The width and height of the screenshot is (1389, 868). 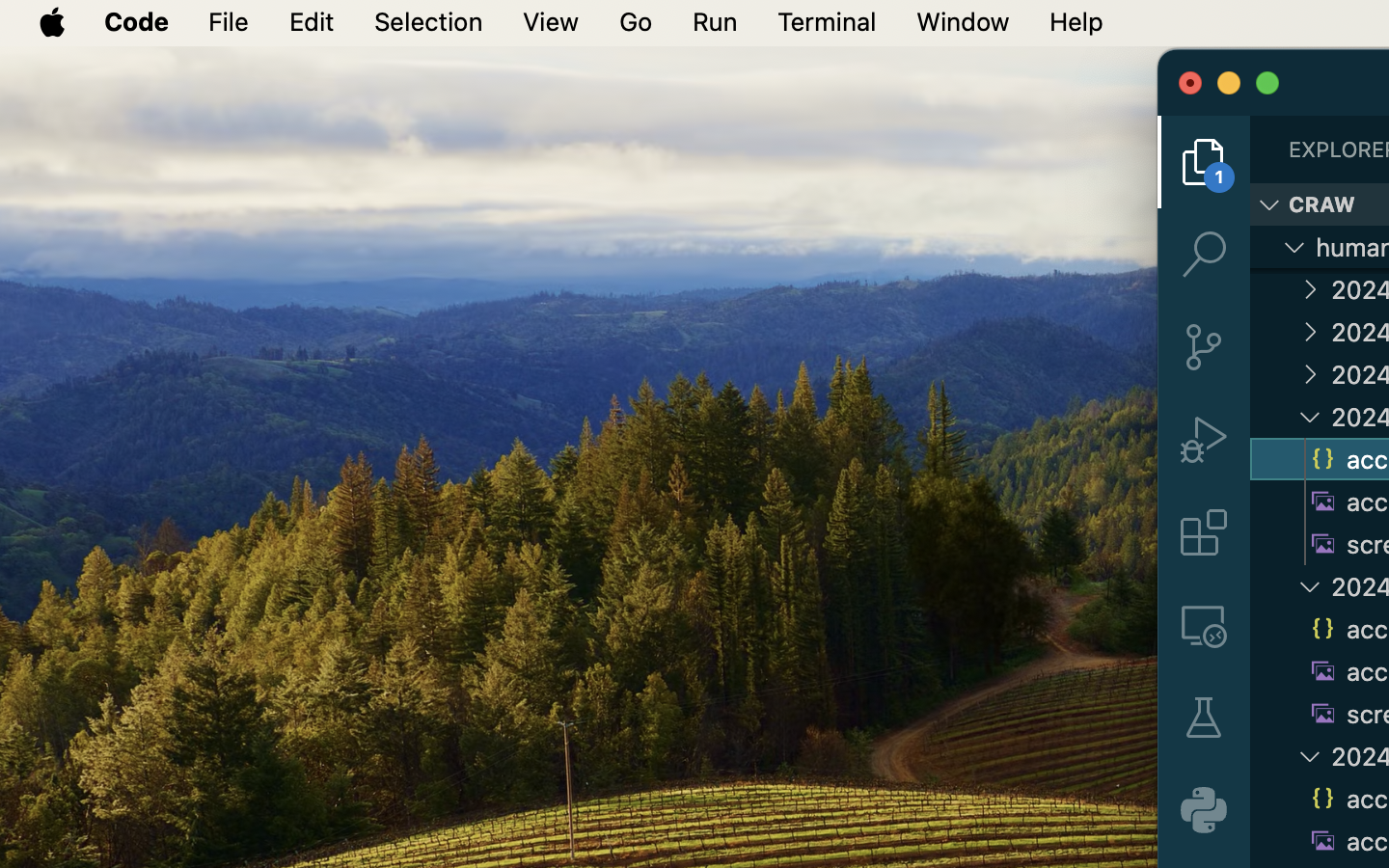 I want to click on '0 ', so click(x=1203, y=347).